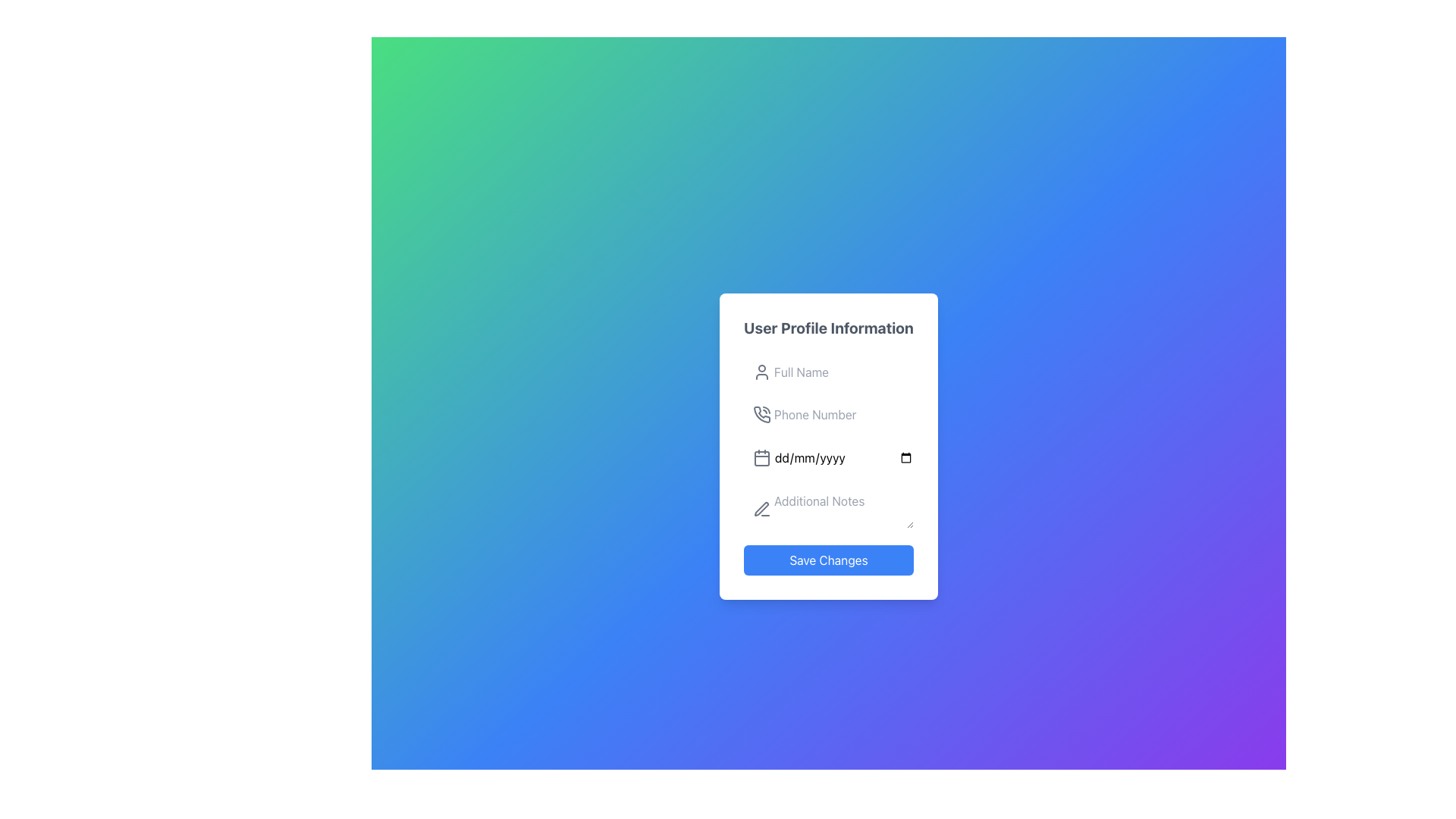 The image size is (1456, 819). What do you see at coordinates (828, 507) in the screenshot?
I see `the text input field for additional notes or comments, located centrally in the user profile form below the date input` at bounding box center [828, 507].